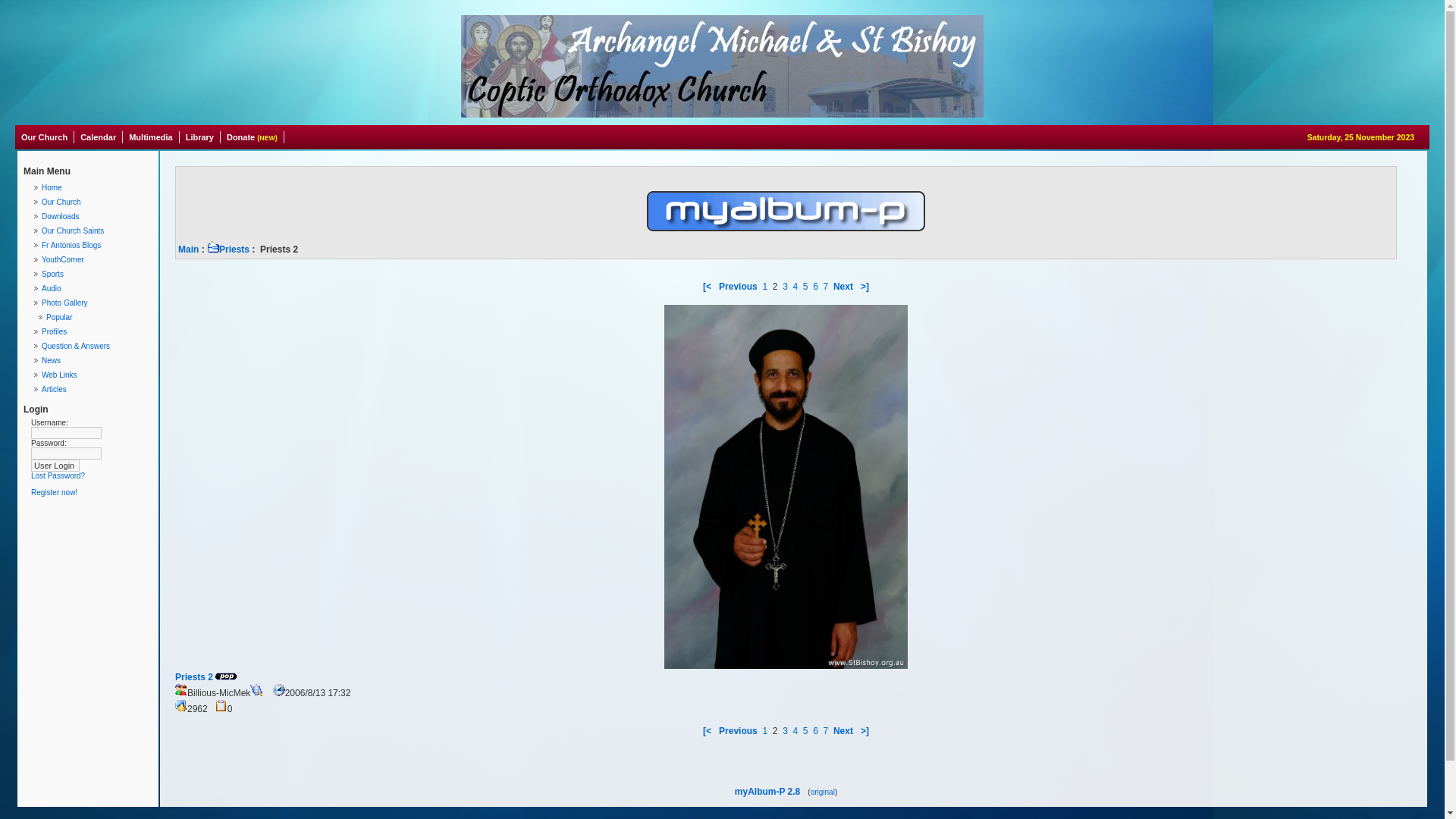  Describe the element at coordinates (55, 464) in the screenshot. I see `'User Login'` at that location.